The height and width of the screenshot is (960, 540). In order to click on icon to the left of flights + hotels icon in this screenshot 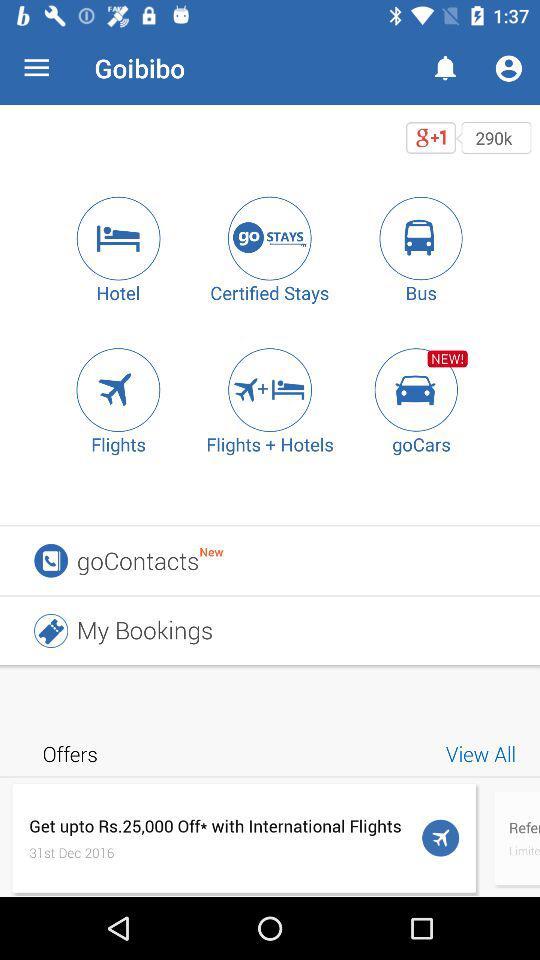, I will do `click(118, 388)`.